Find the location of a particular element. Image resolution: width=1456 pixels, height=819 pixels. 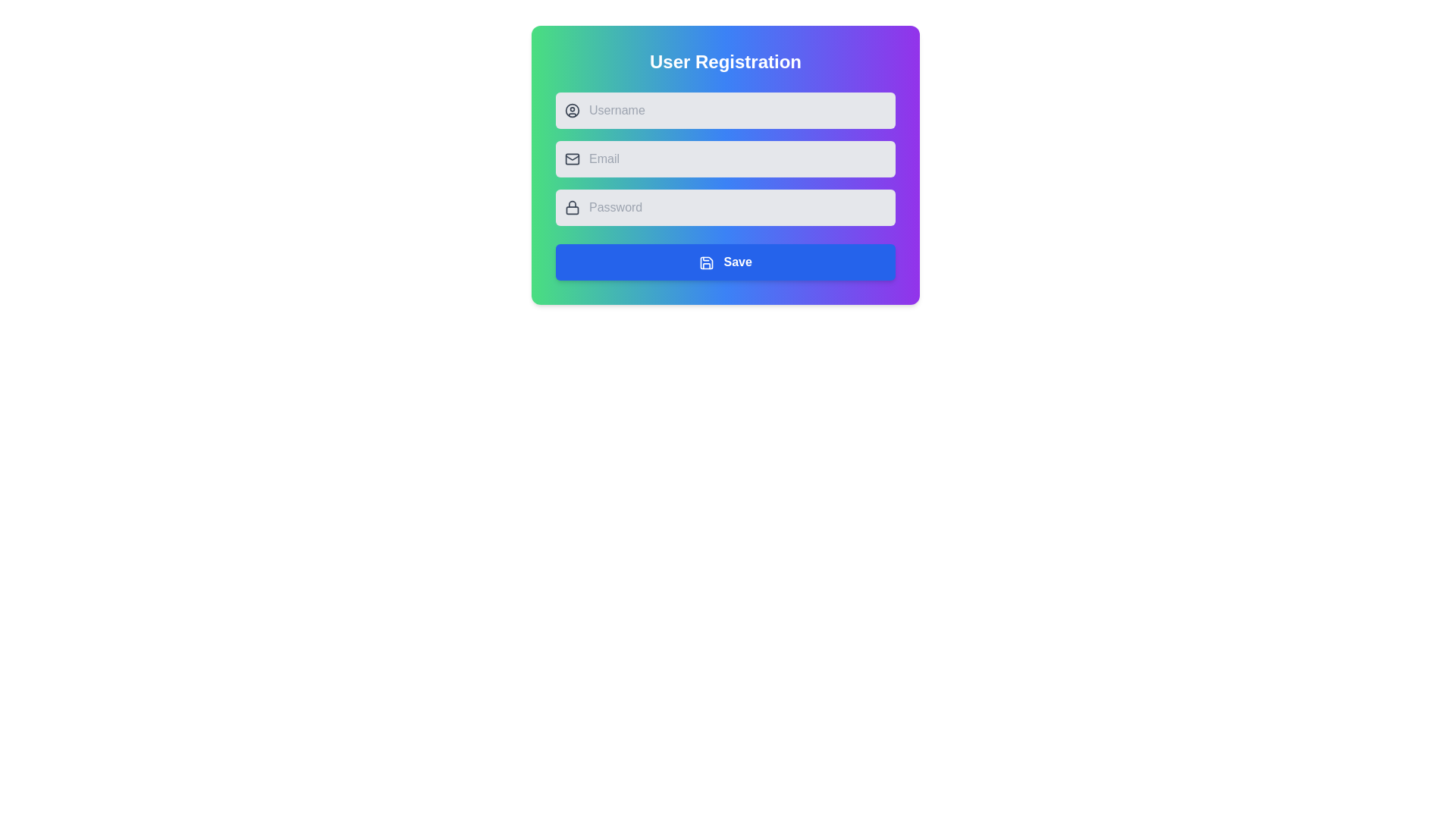

the SVG rectangle element representing the body of the lock icon, which serves as a visual indicator of security is located at coordinates (571, 210).